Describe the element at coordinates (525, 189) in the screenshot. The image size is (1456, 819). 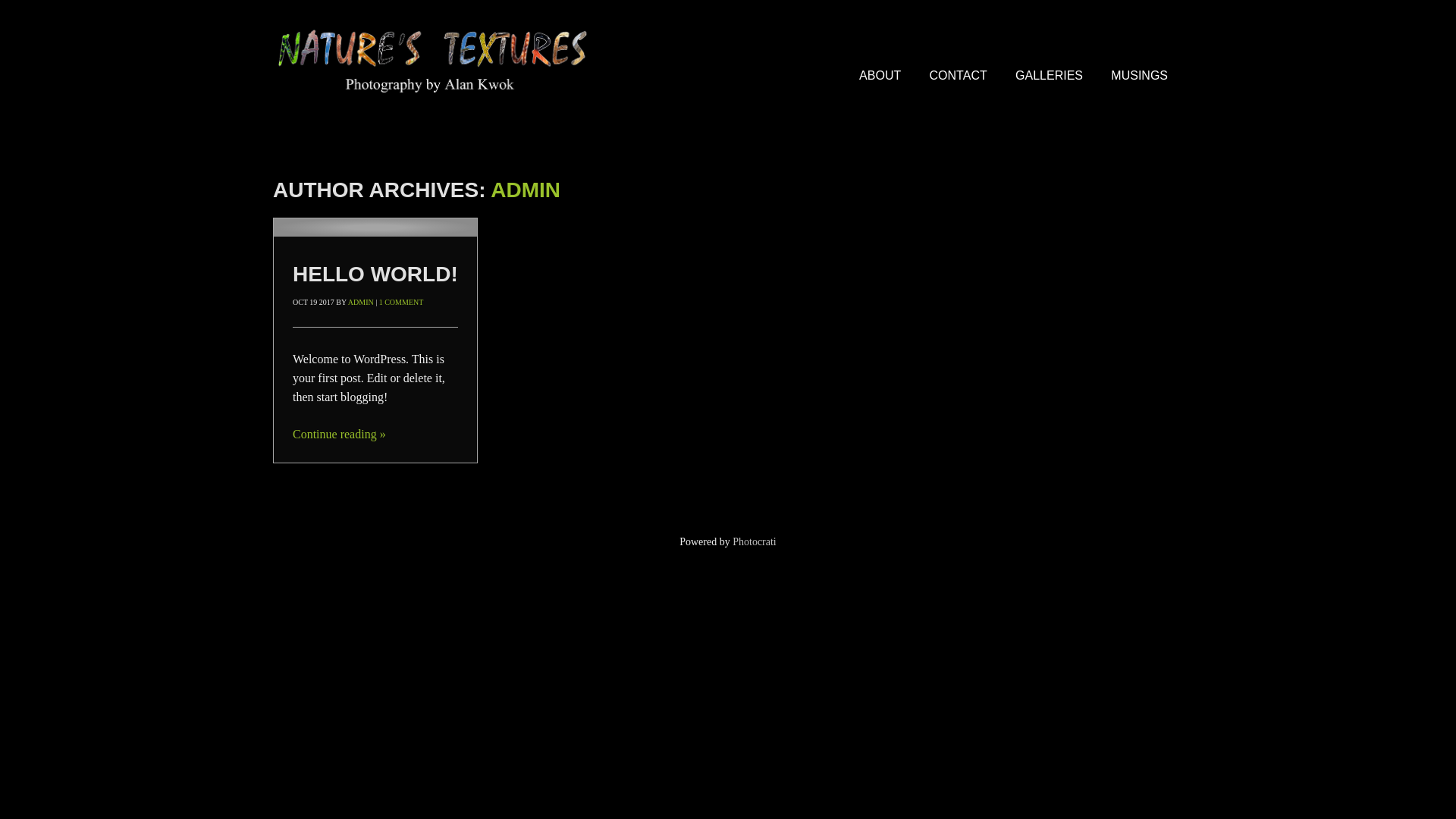
I see `'ADMIN'` at that location.